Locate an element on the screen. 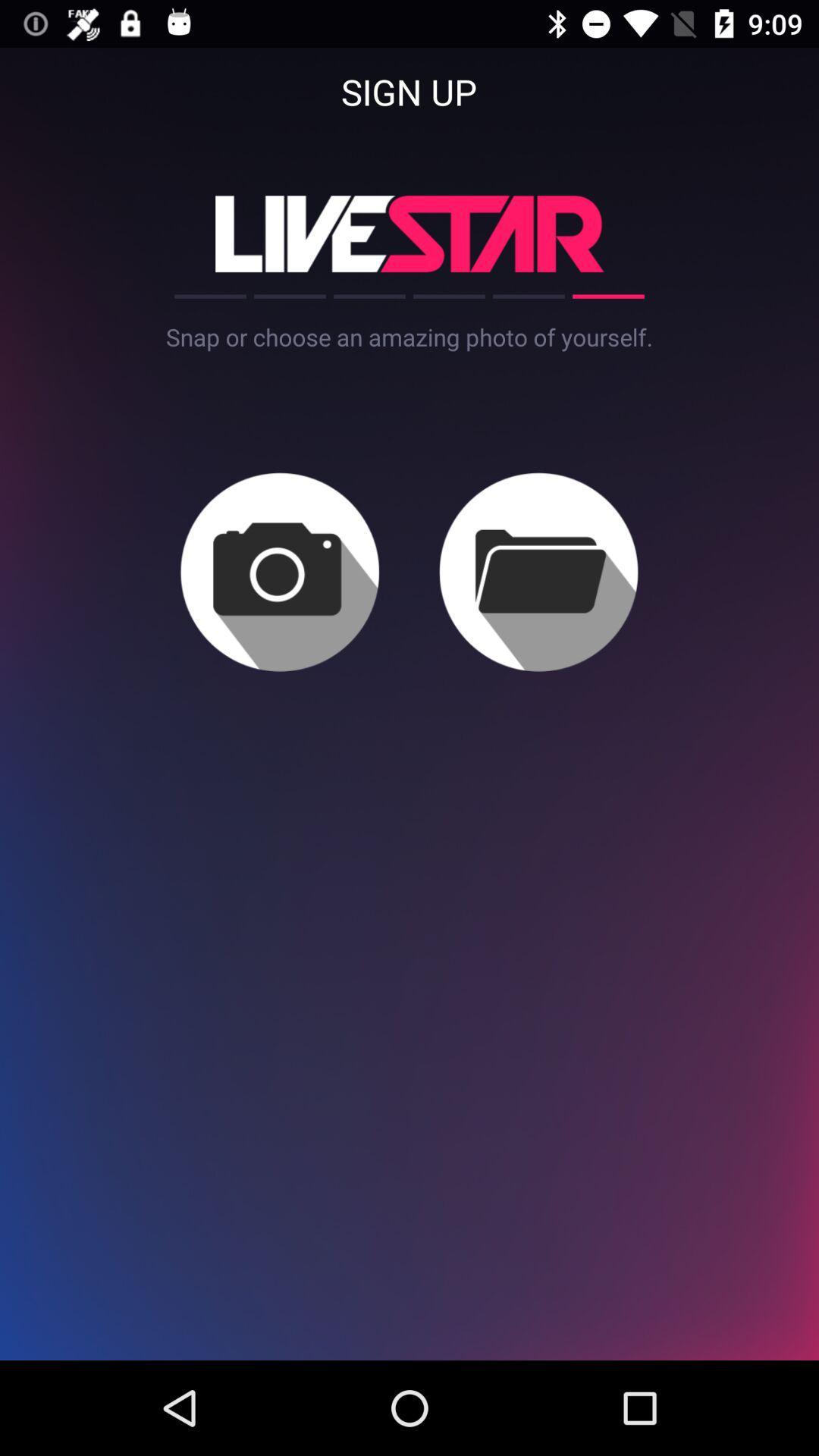 This screenshot has width=819, height=1456. icon below the snap or choose item is located at coordinates (538, 571).